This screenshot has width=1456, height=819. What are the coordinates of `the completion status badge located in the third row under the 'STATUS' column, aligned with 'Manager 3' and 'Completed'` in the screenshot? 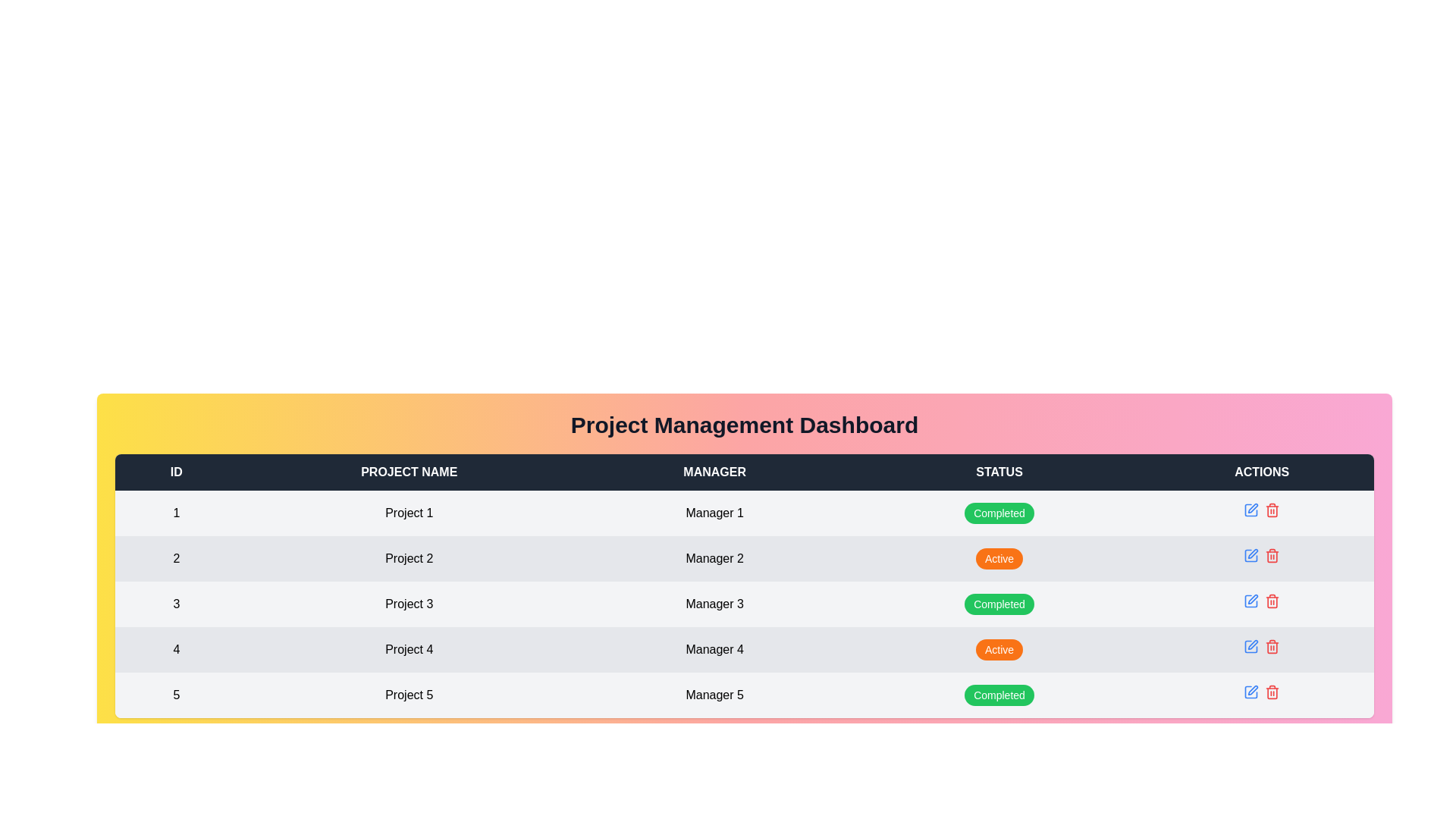 It's located at (999, 604).